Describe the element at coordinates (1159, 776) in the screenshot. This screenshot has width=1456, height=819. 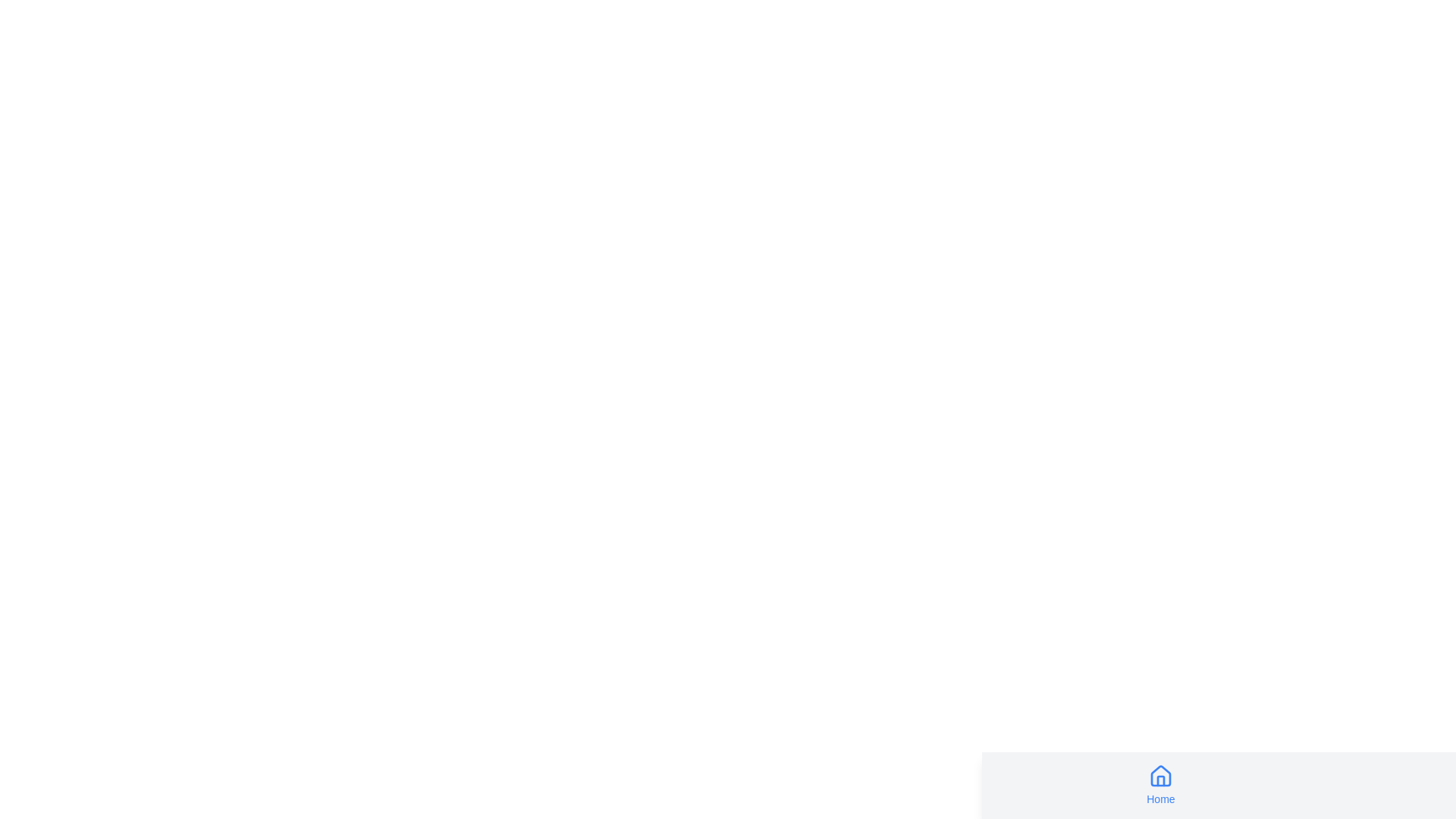
I see `the stylized house icon` at that location.